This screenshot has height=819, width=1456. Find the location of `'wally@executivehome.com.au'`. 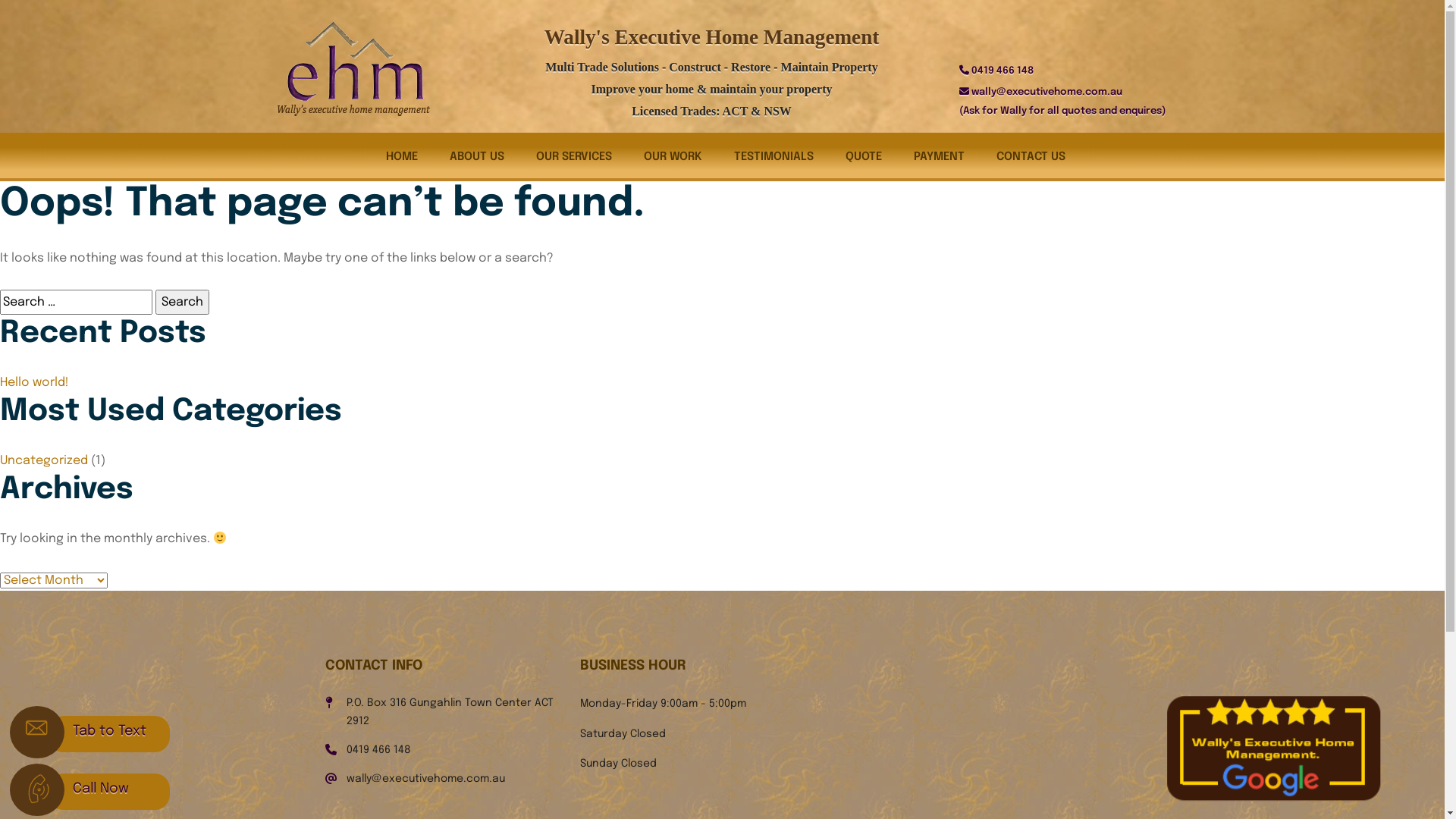

'wally@executivehome.com.au' is located at coordinates (425, 778).